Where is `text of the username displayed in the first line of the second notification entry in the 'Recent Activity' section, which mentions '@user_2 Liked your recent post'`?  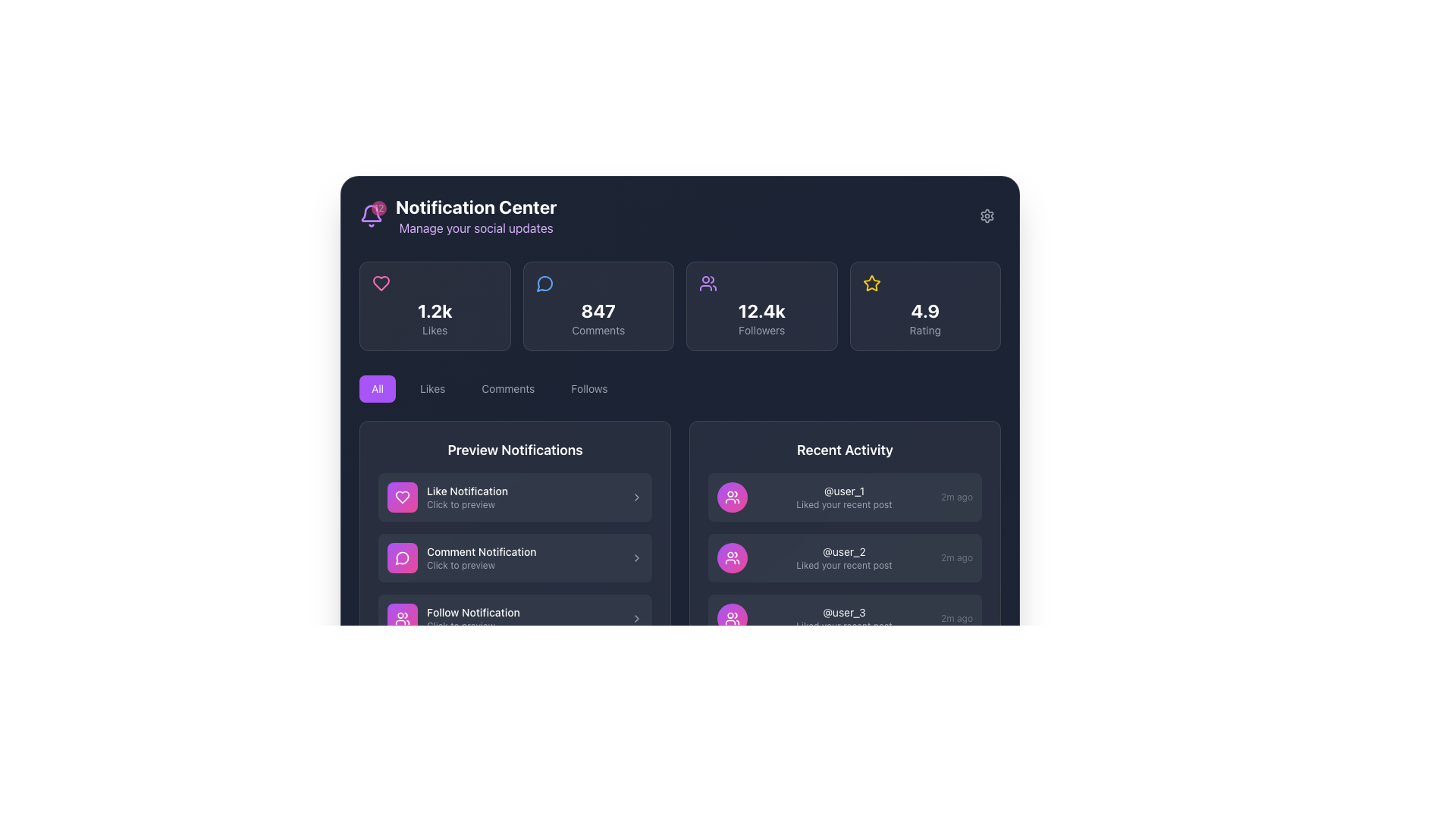 text of the username displayed in the first line of the second notification entry in the 'Recent Activity' section, which mentions '@user_2 Liked your recent post' is located at coordinates (843, 552).